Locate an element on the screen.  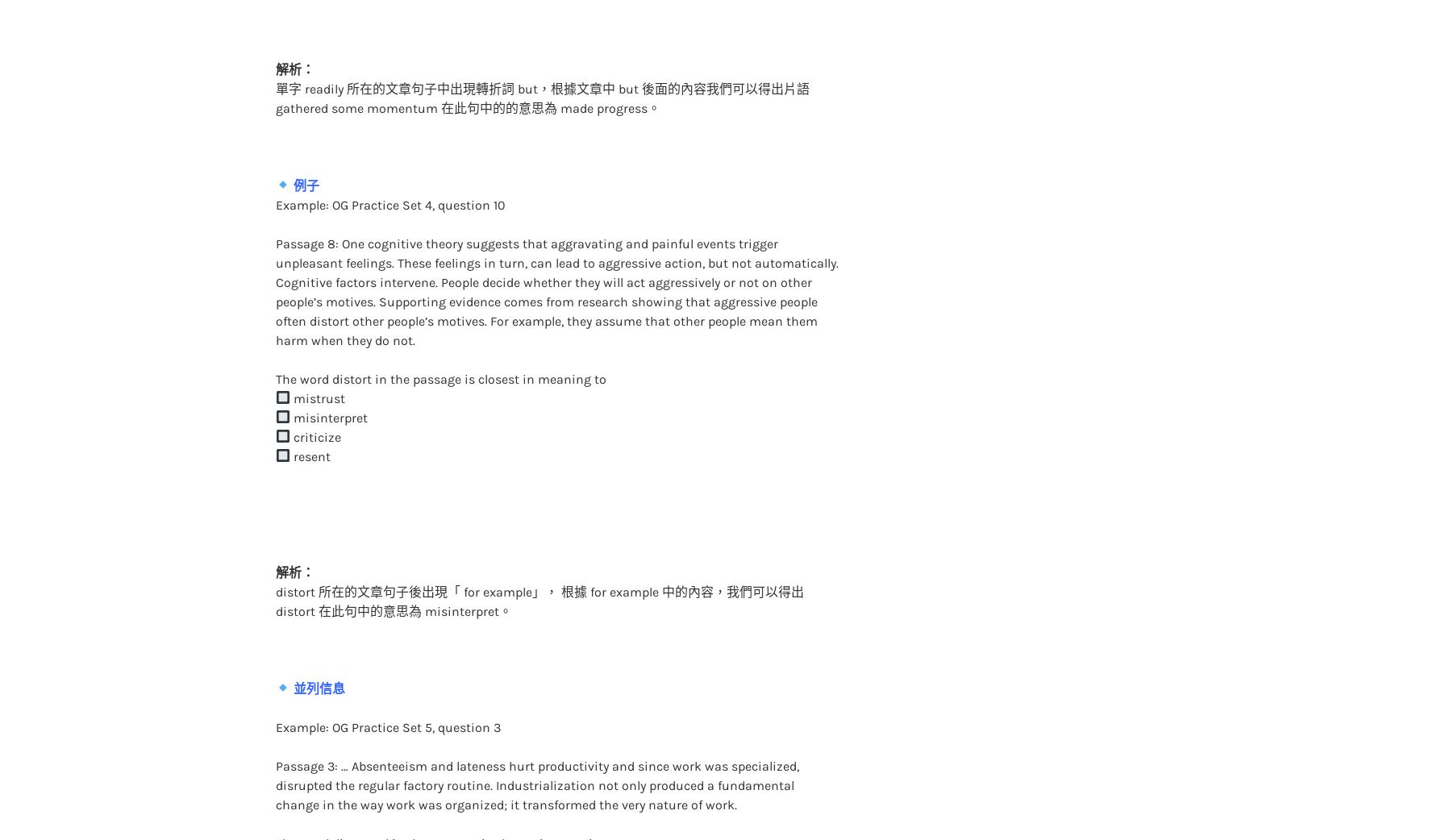
'resent' is located at coordinates (309, 422).